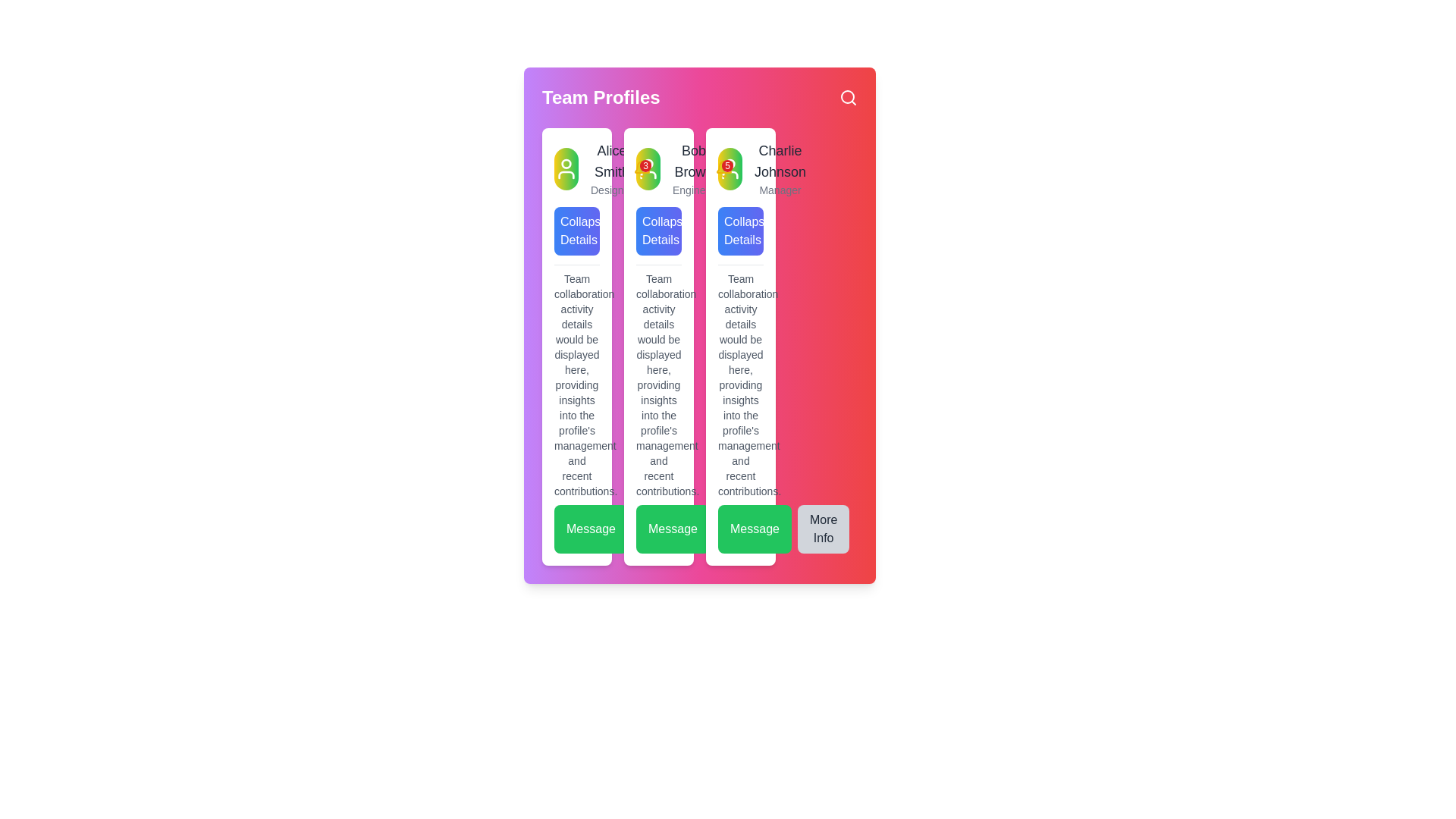 This screenshot has height=819, width=1456. What do you see at coordinates (648, 169) in the screenshot?
I see `the profile icon located in the uppermost area of the second vertical column from the left in the 'Team Profiles' section, which serves as a visual identifier for the associated individual` at bounding box center [648, 169].